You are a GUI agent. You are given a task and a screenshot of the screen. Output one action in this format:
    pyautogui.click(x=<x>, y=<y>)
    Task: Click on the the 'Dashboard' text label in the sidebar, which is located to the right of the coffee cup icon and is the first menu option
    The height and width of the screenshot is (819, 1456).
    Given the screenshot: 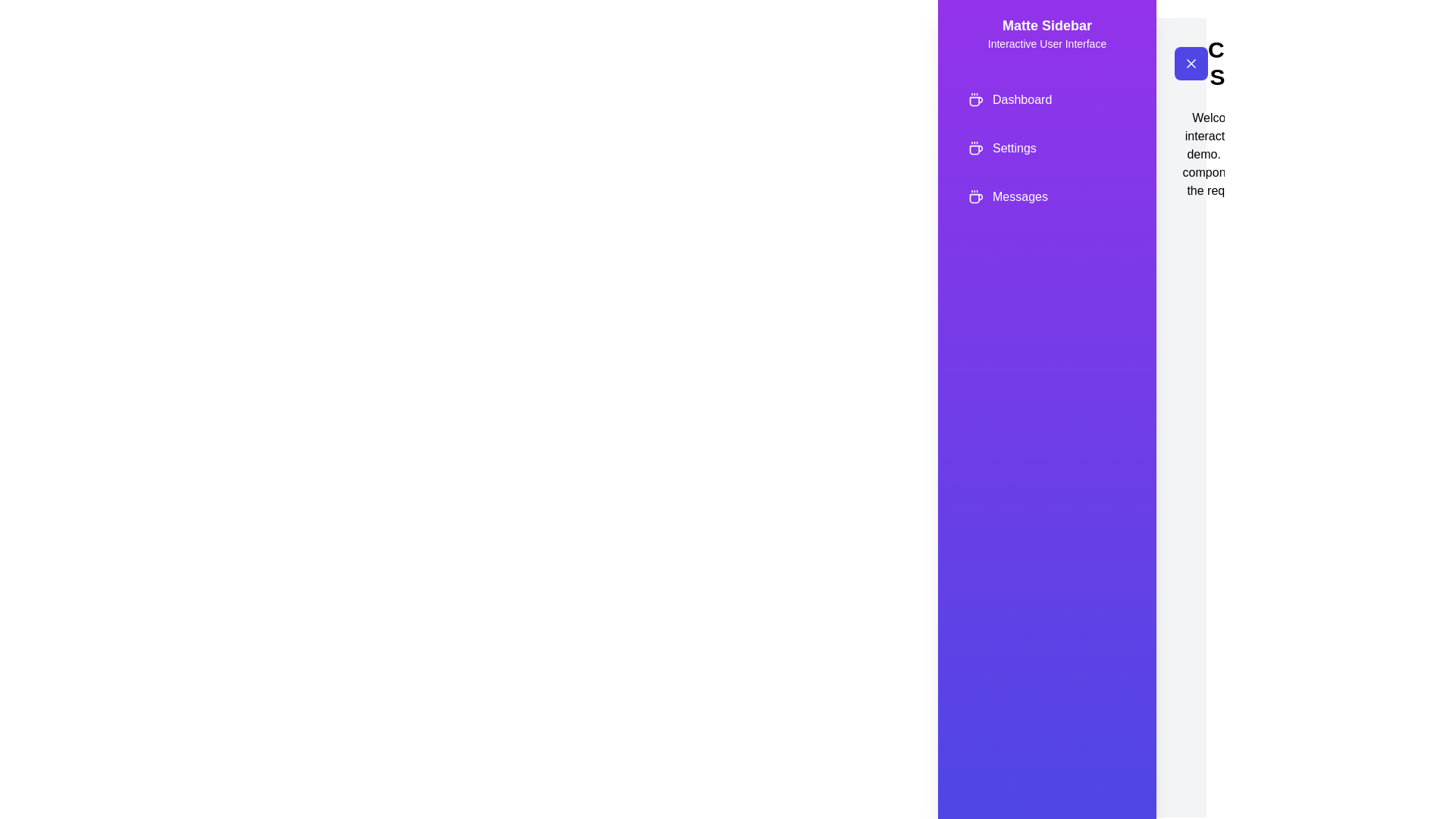 What is the action you would take?
    pyautogui.click(x=1022, y=99)
    